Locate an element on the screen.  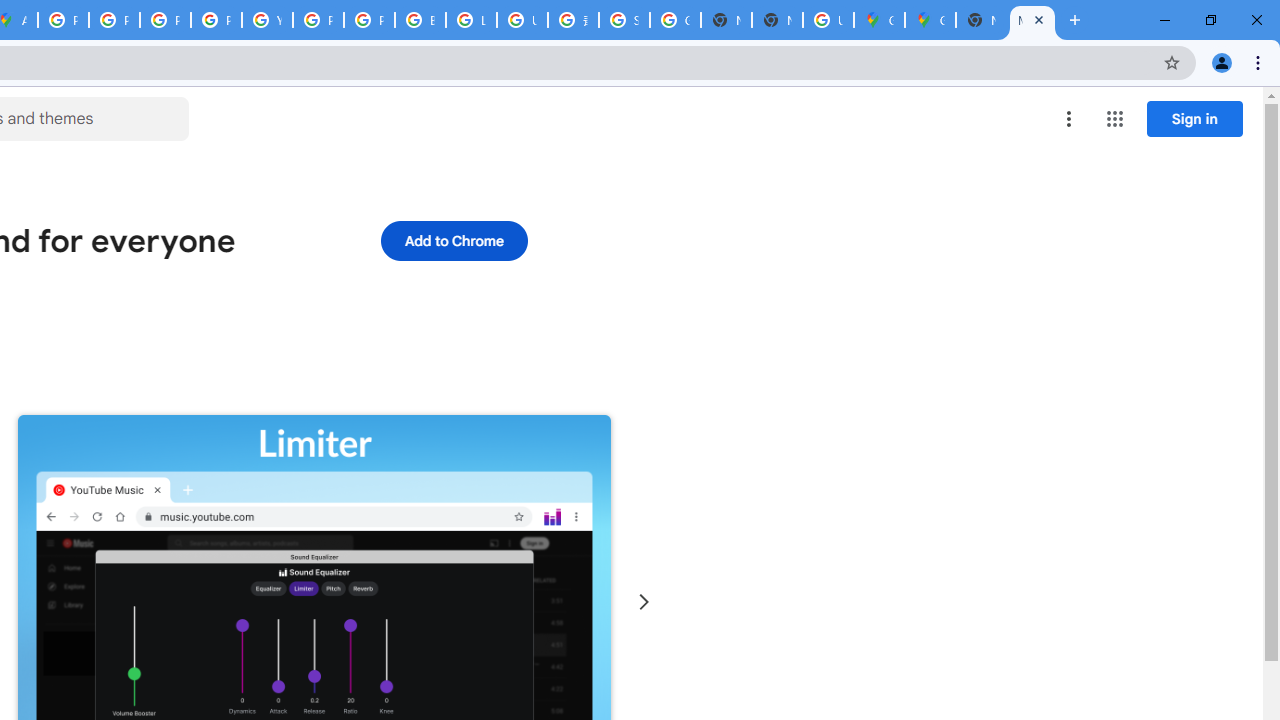
'More options menu' is located at coordinates (1068, 119).